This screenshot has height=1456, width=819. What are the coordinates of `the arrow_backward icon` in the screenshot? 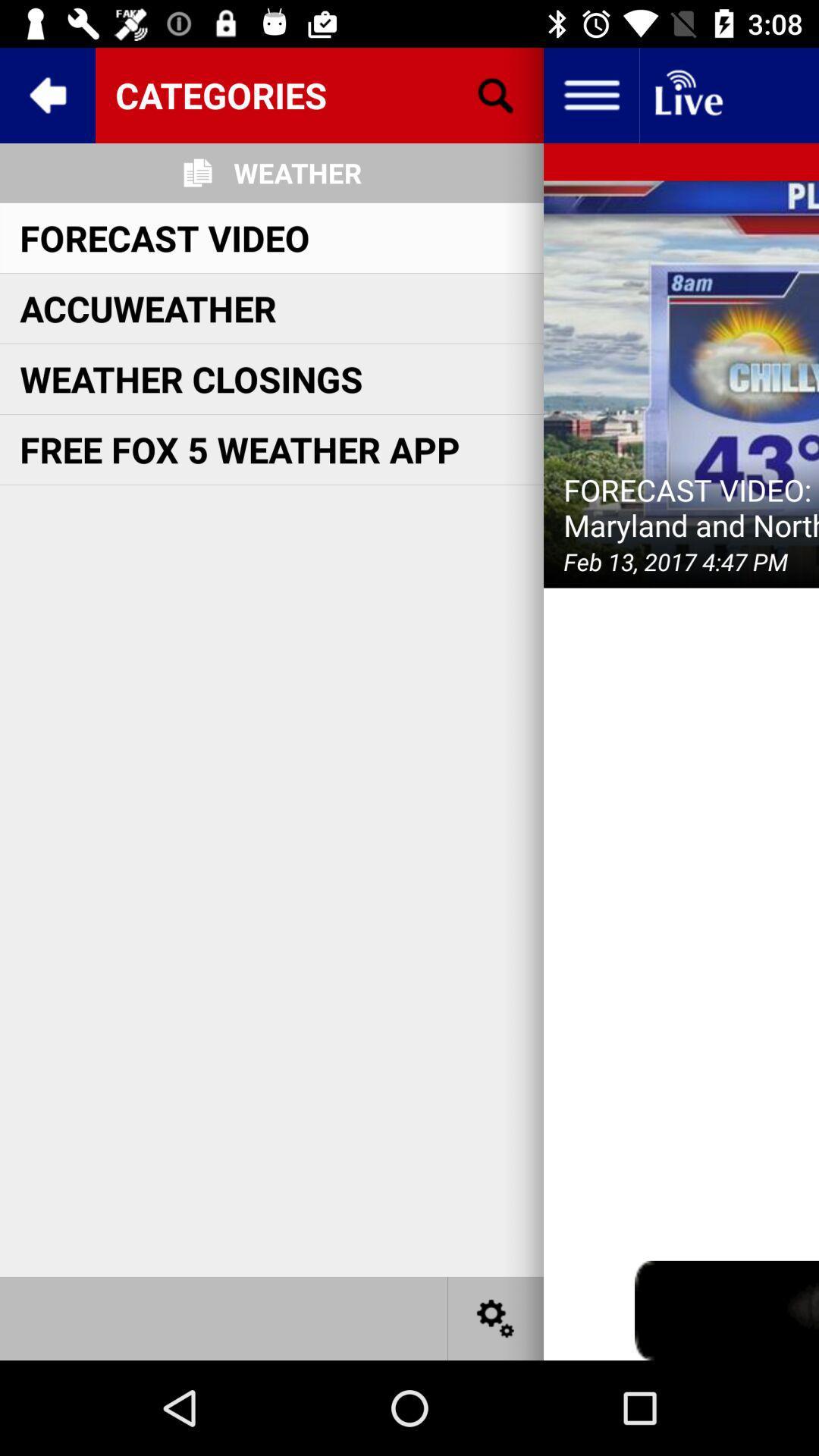 It's located at (46, 94).